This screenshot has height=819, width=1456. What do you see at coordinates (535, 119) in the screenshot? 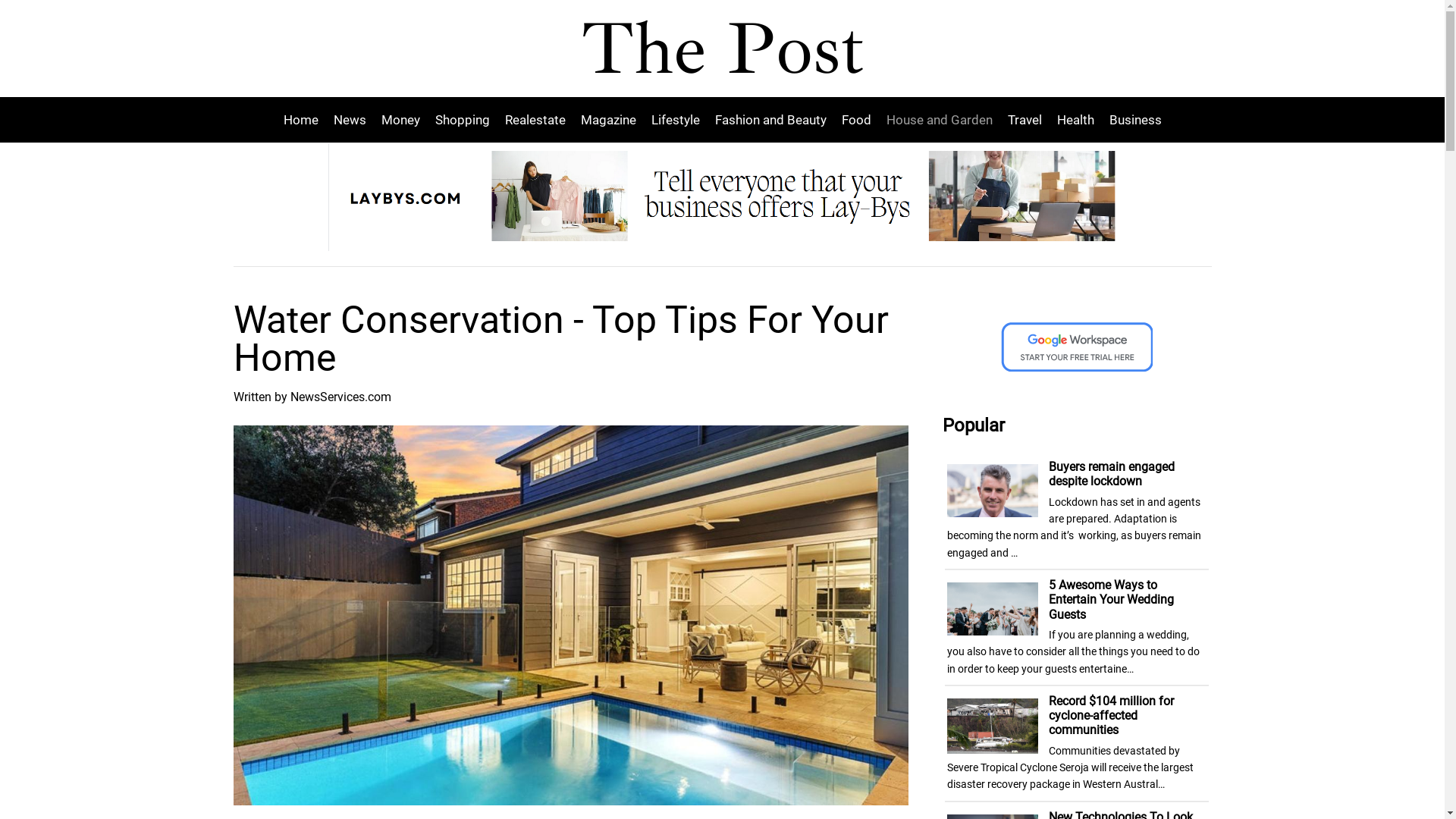
I see `'Realestate'` at bounding box center [535, 119].